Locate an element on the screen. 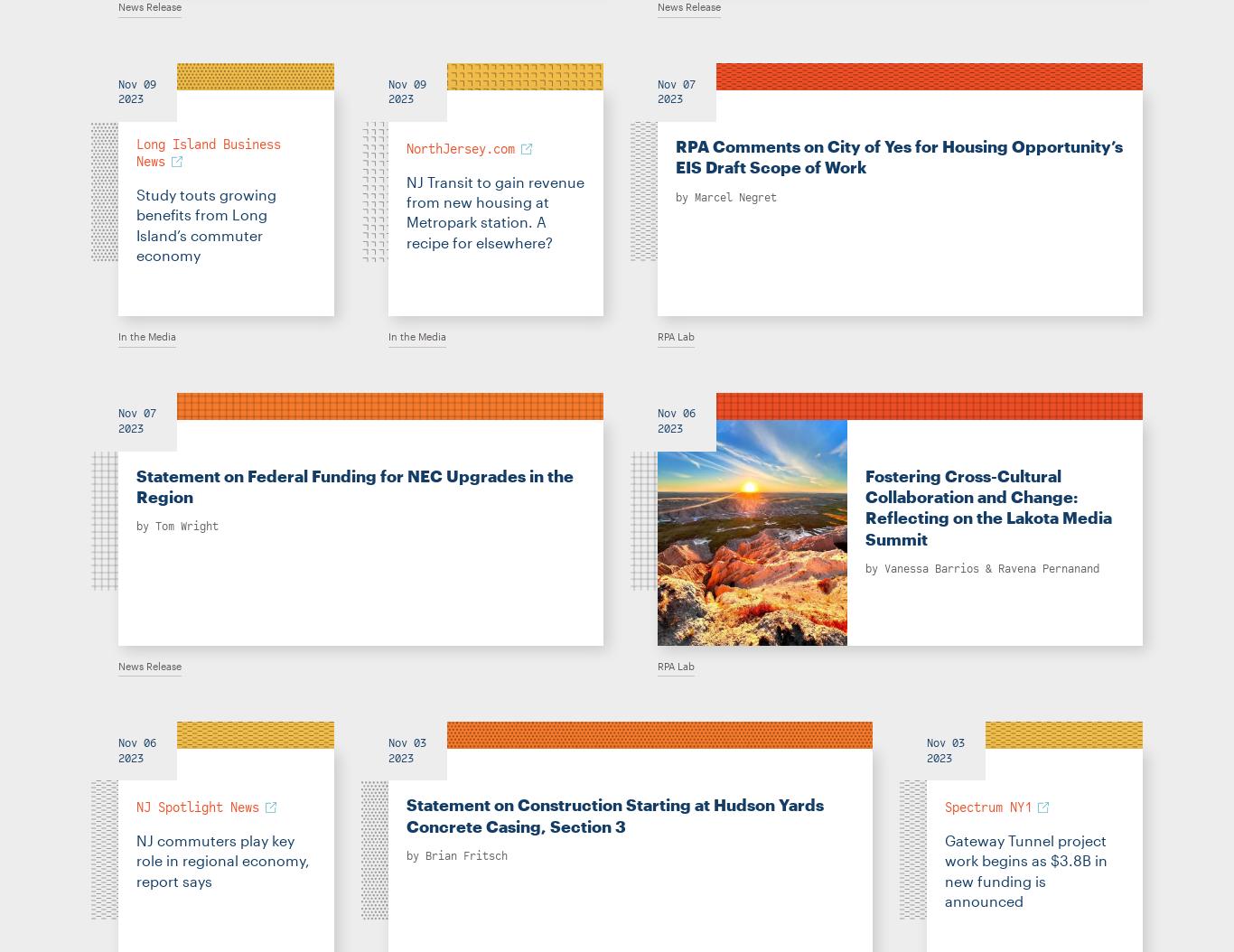 The height and width of the screenshot is (952, 1234). 'RPA Comments on City of Yes for Housing Opportunity’s EIS Draft Scope of Work' is located at coordinates (898, 154).